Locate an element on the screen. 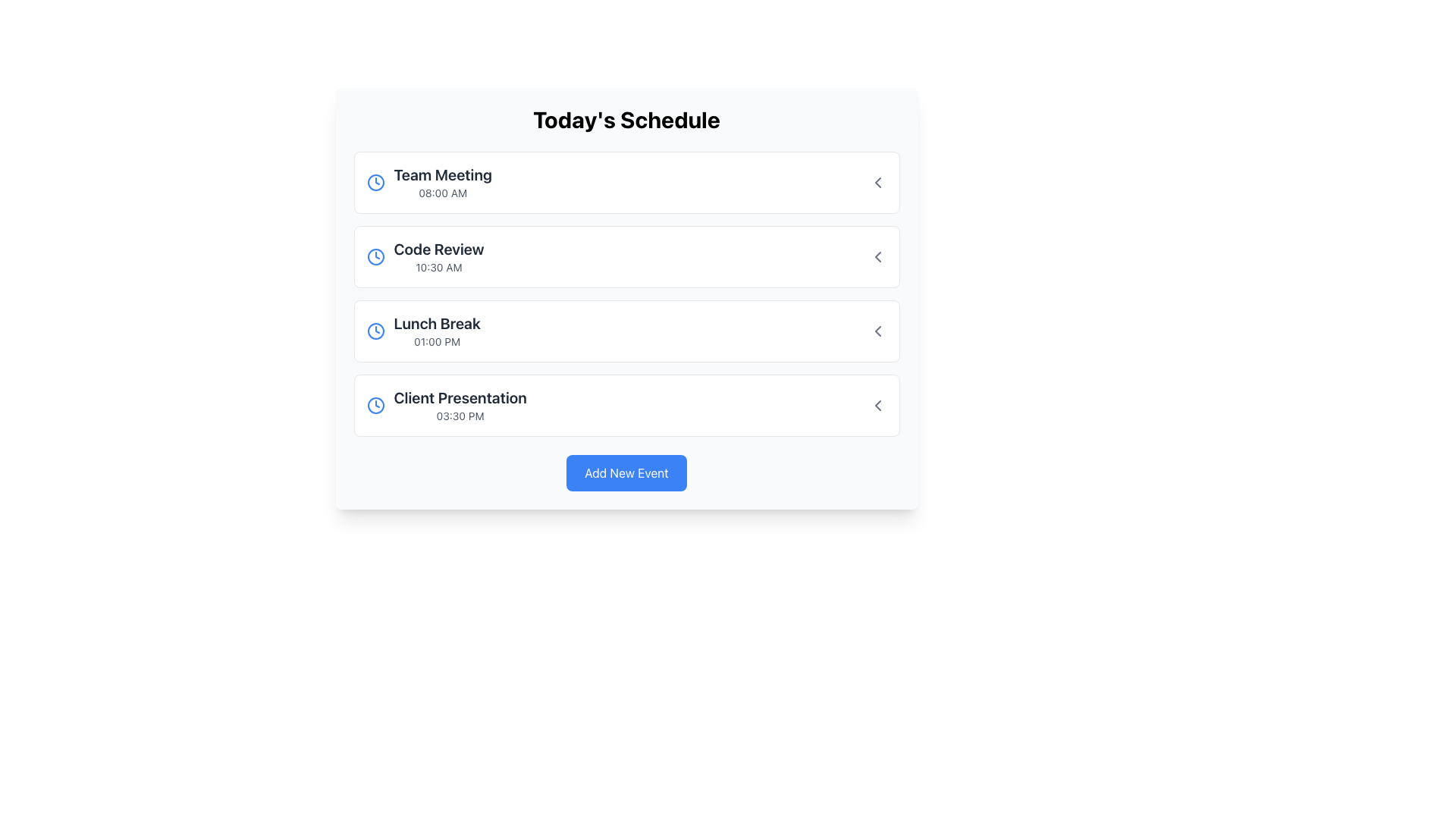 The width and height of the screenshot is (1456, 819). the chevron icon located on the right side of the 'Lunch Break' scheduled event is located at coordinates (877, 330).